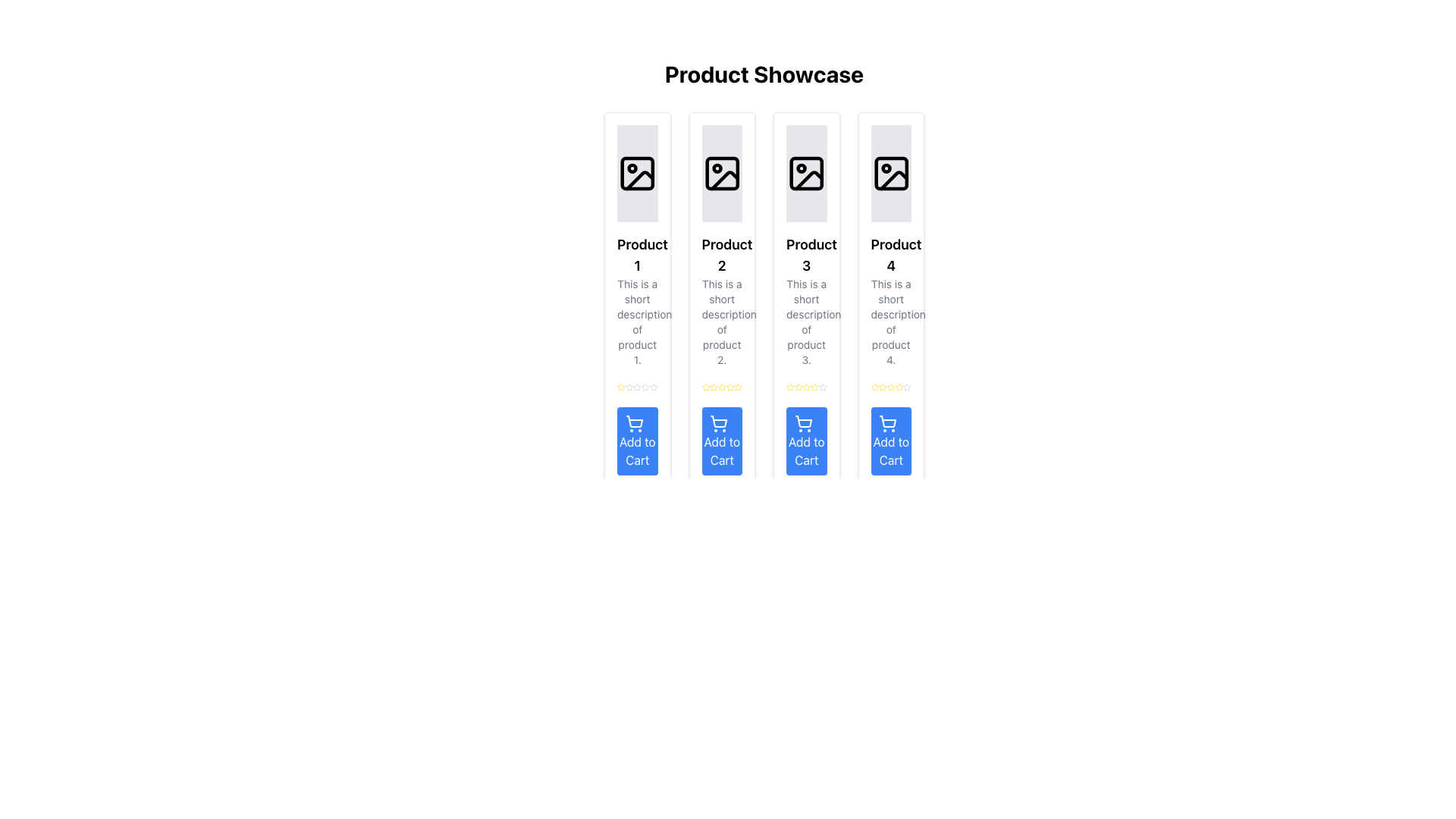 Image resolution: width=1456 pixels, height=819 pixels. What do you see at coordinates (891, 386) in the screenshot?
I see `the fourth star icon in the rating bar for 'Product 4'` at bounding box center [891, 386].